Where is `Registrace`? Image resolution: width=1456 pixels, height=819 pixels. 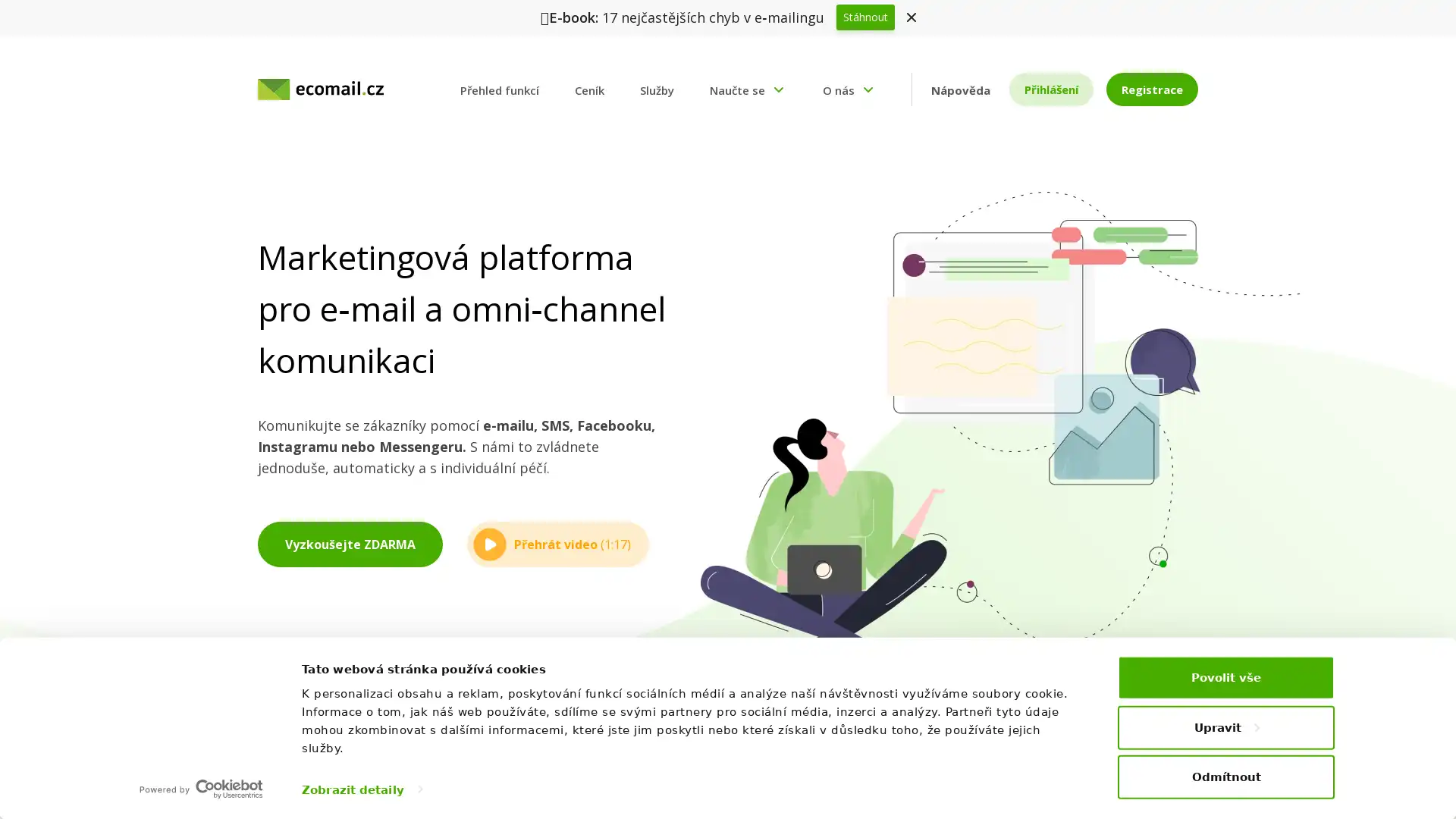 Registrace is located at coordinates (1151, 89).